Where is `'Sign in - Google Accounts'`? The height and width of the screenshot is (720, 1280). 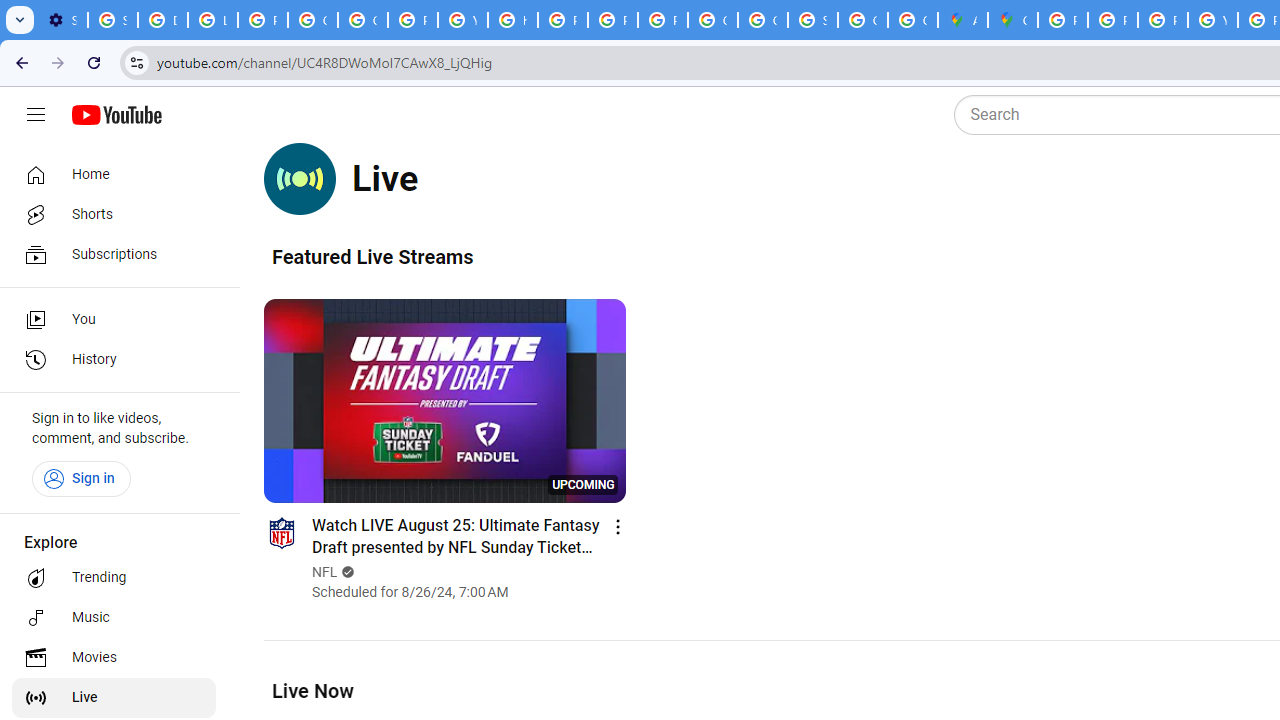 'Sign in - Google Accounts' is located at coordinates (112, 20).